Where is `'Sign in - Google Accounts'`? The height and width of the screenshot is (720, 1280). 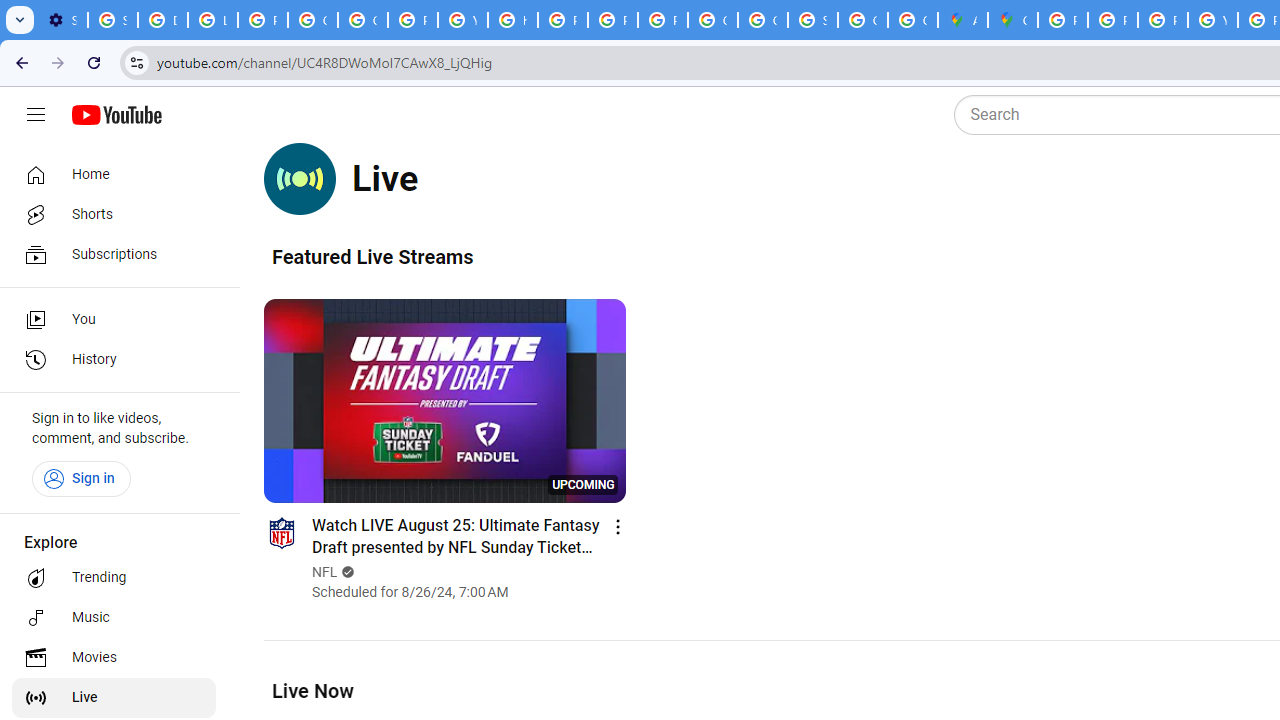 'Sign in - Google Accounts' is located at coordinates (112, 20).